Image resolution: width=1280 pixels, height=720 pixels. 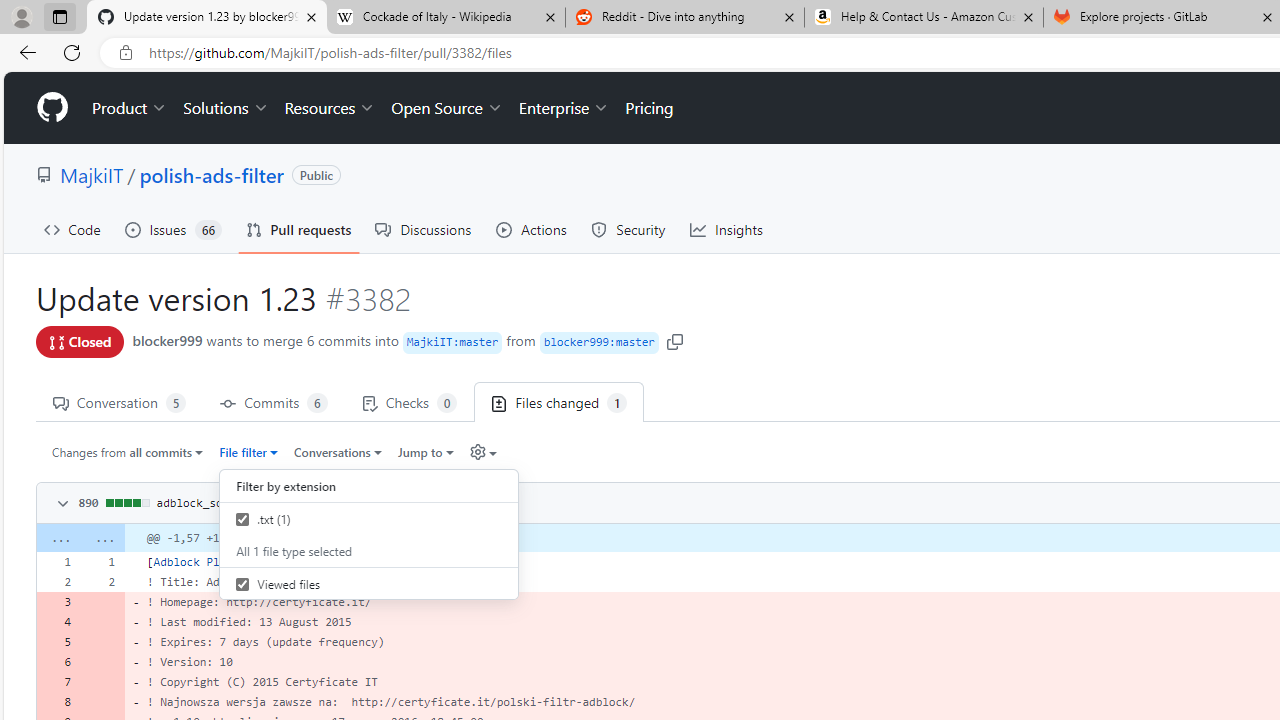 What do you see at coordinates (58, 701) in the screenshot?
I see `'8'` at bounding box center [58, 701].